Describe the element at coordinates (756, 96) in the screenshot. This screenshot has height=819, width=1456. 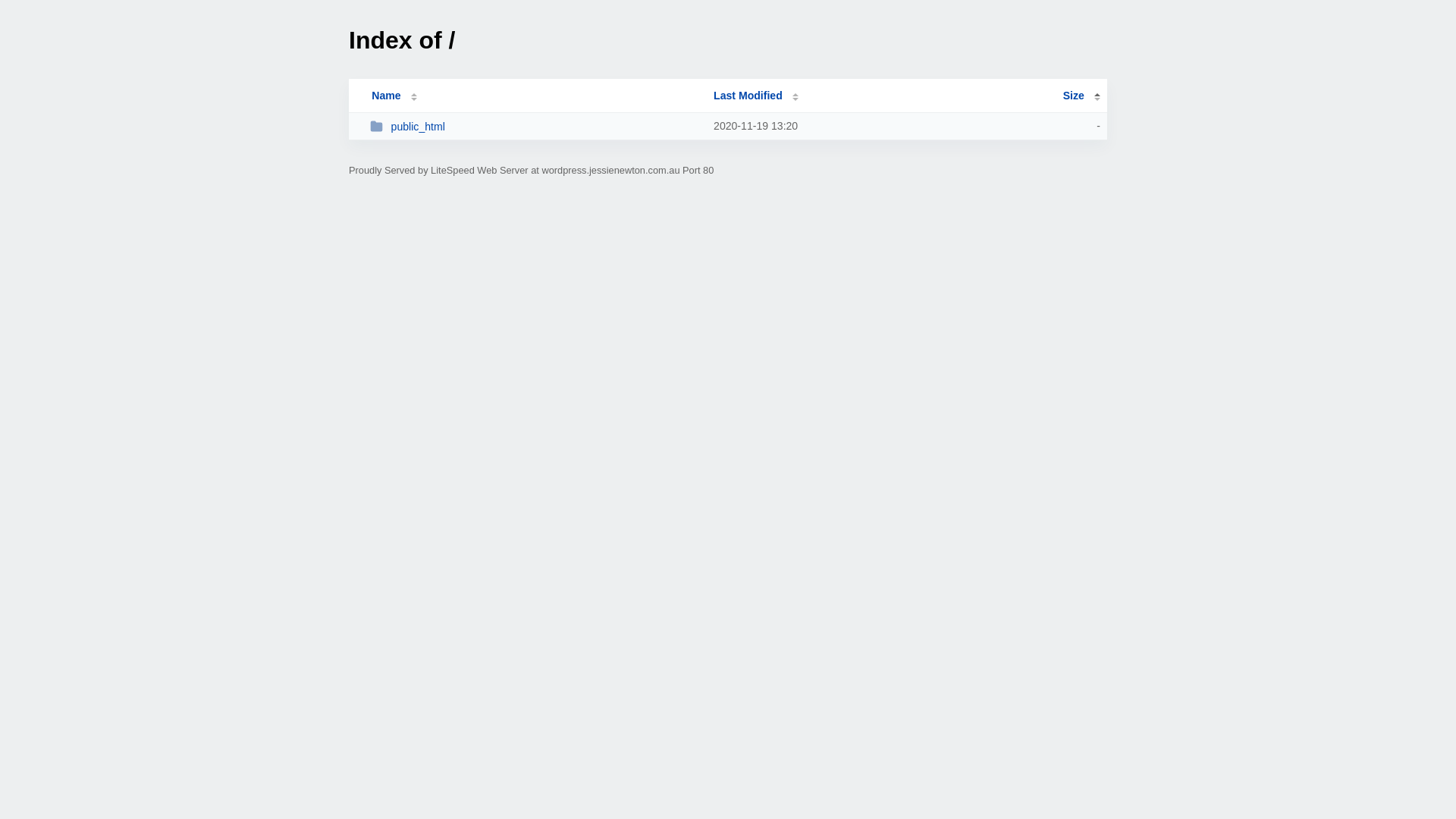
I see `'Last Modified'` at that location.